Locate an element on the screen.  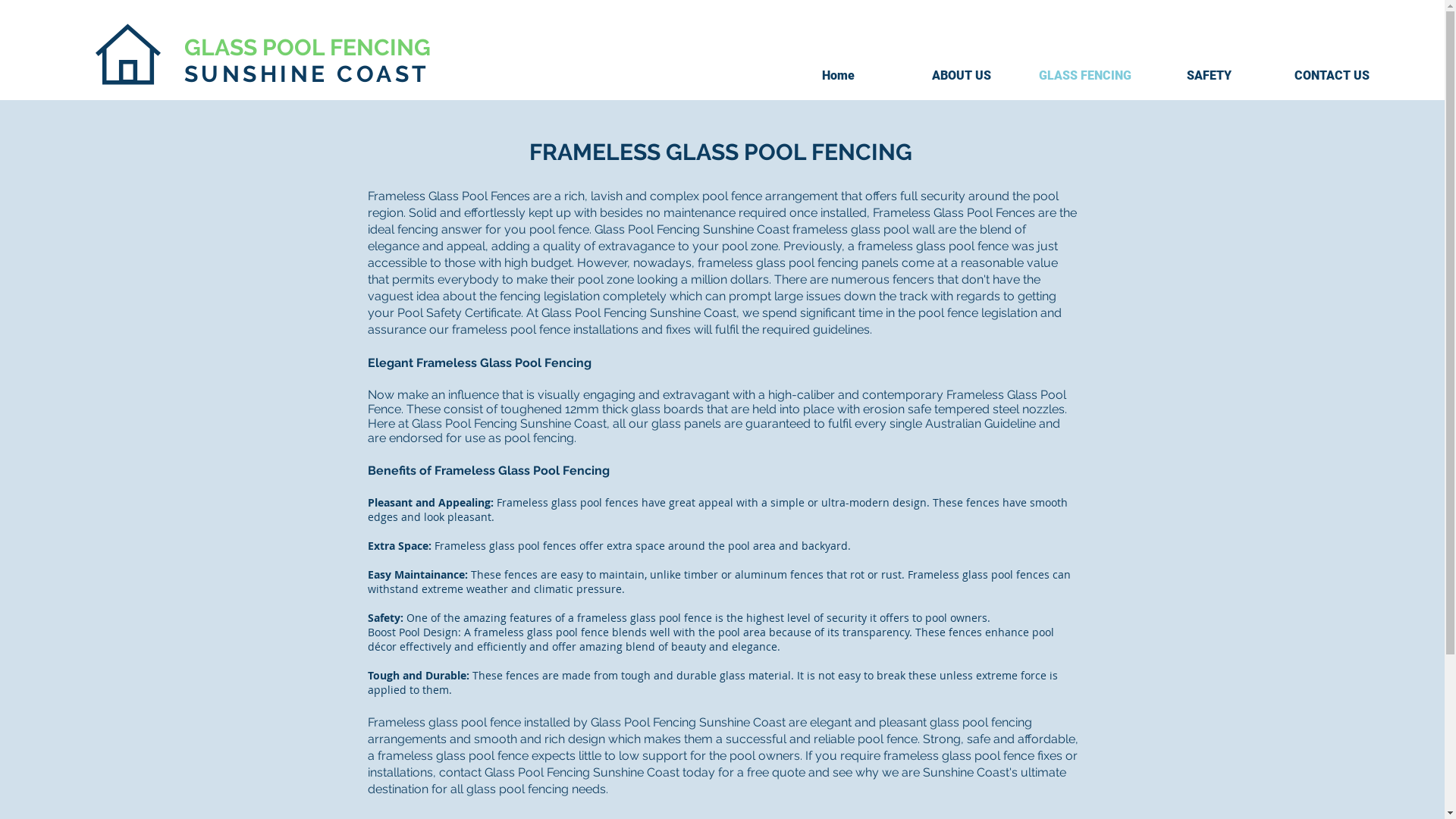
'SAFETY' is located at coordinates (1207, 76).